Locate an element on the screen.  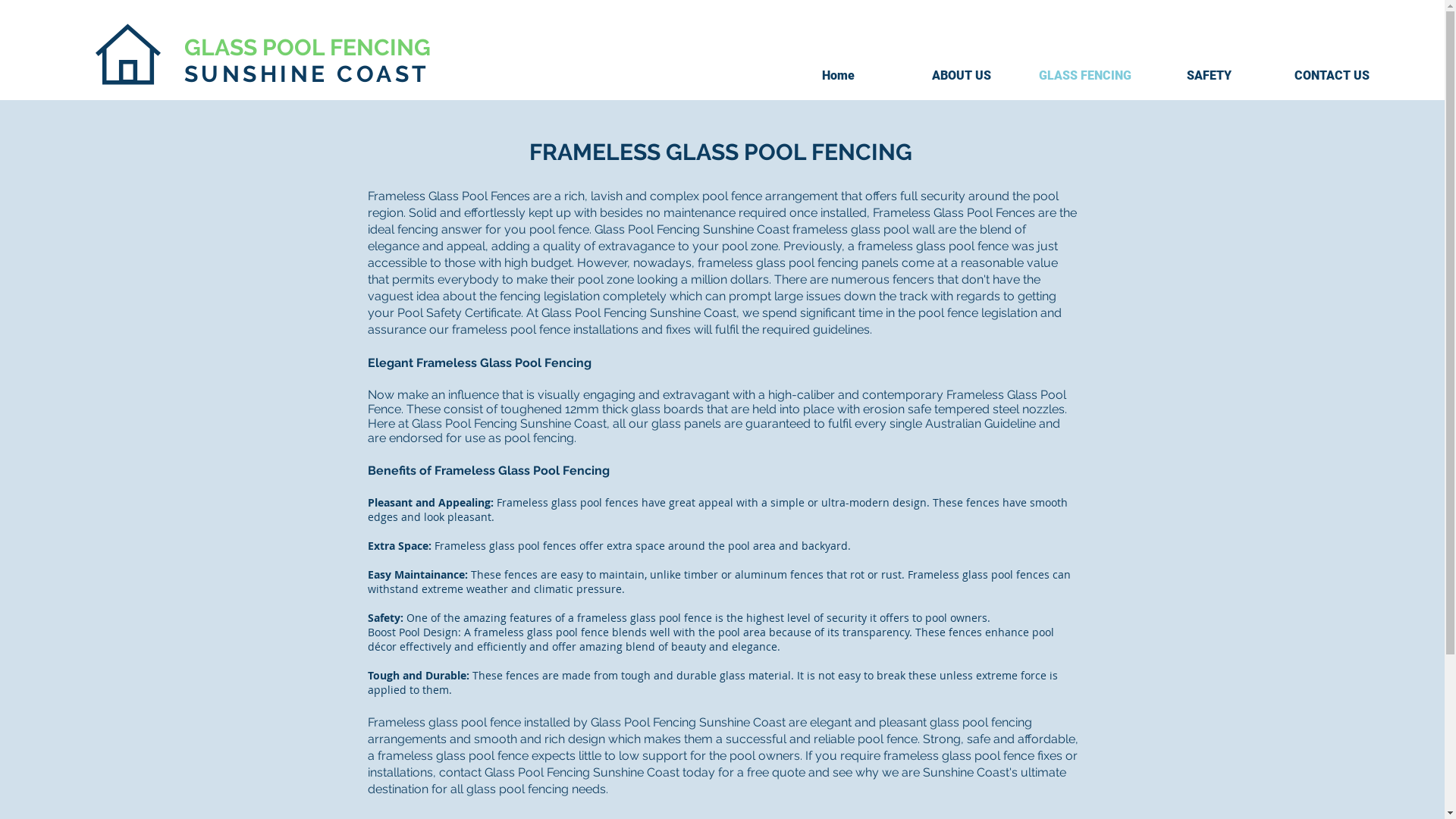
'SAFETY' is located at coordinates (1207, 76).